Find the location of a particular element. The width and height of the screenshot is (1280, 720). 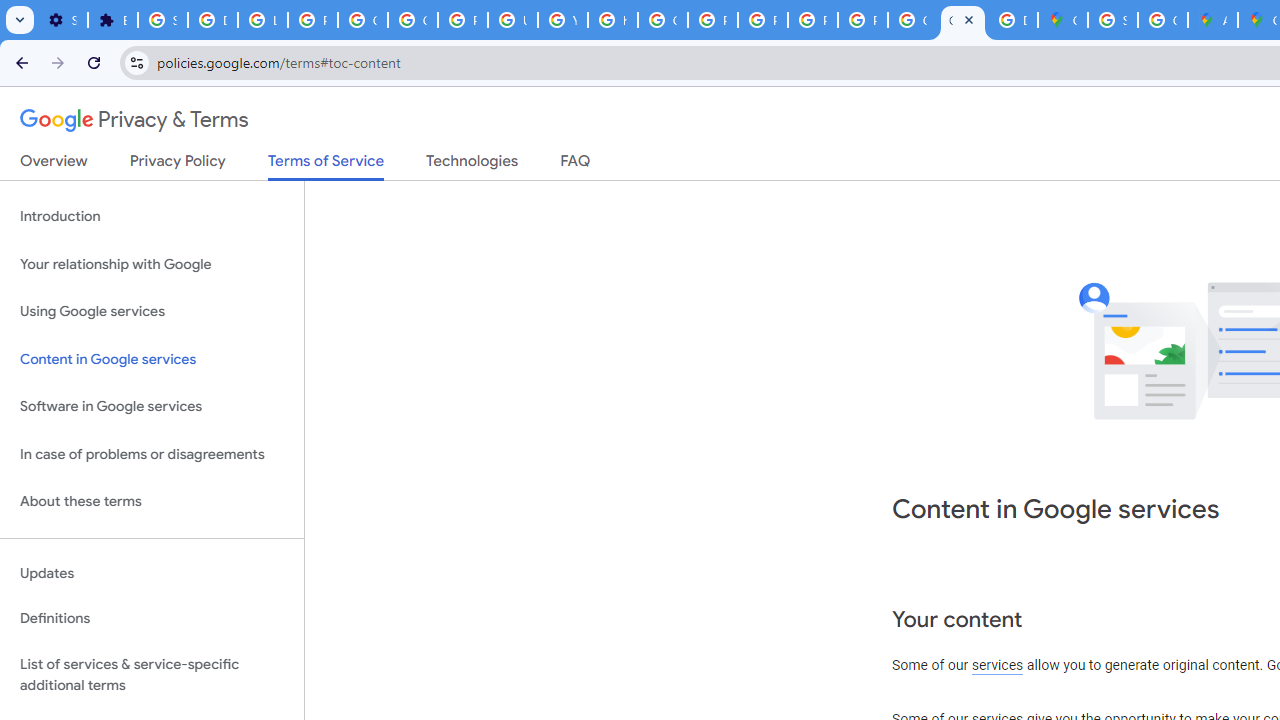

'Technologies' is located at coordinates (471, 164).